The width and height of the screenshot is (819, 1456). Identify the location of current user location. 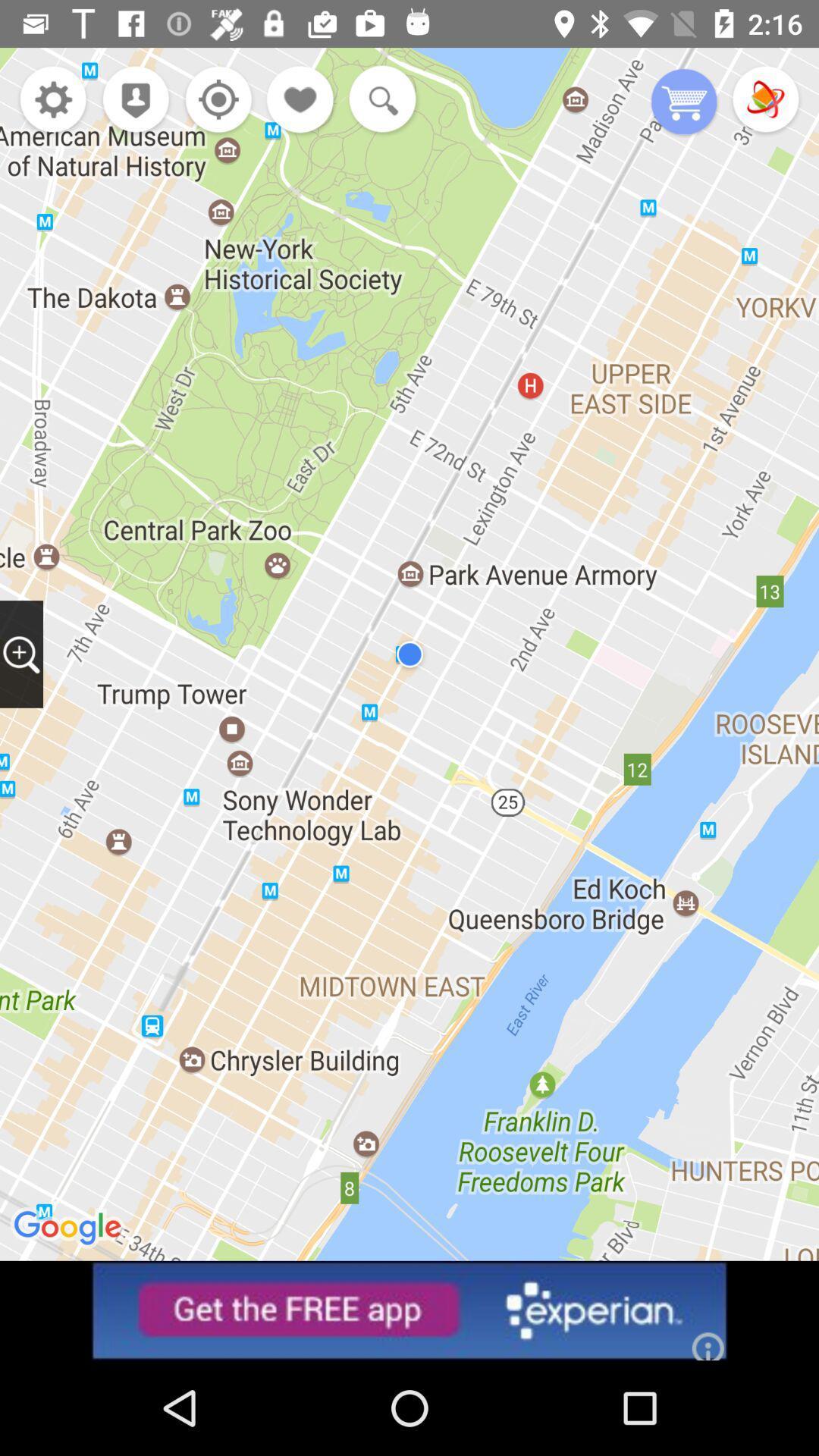
(215, 100).